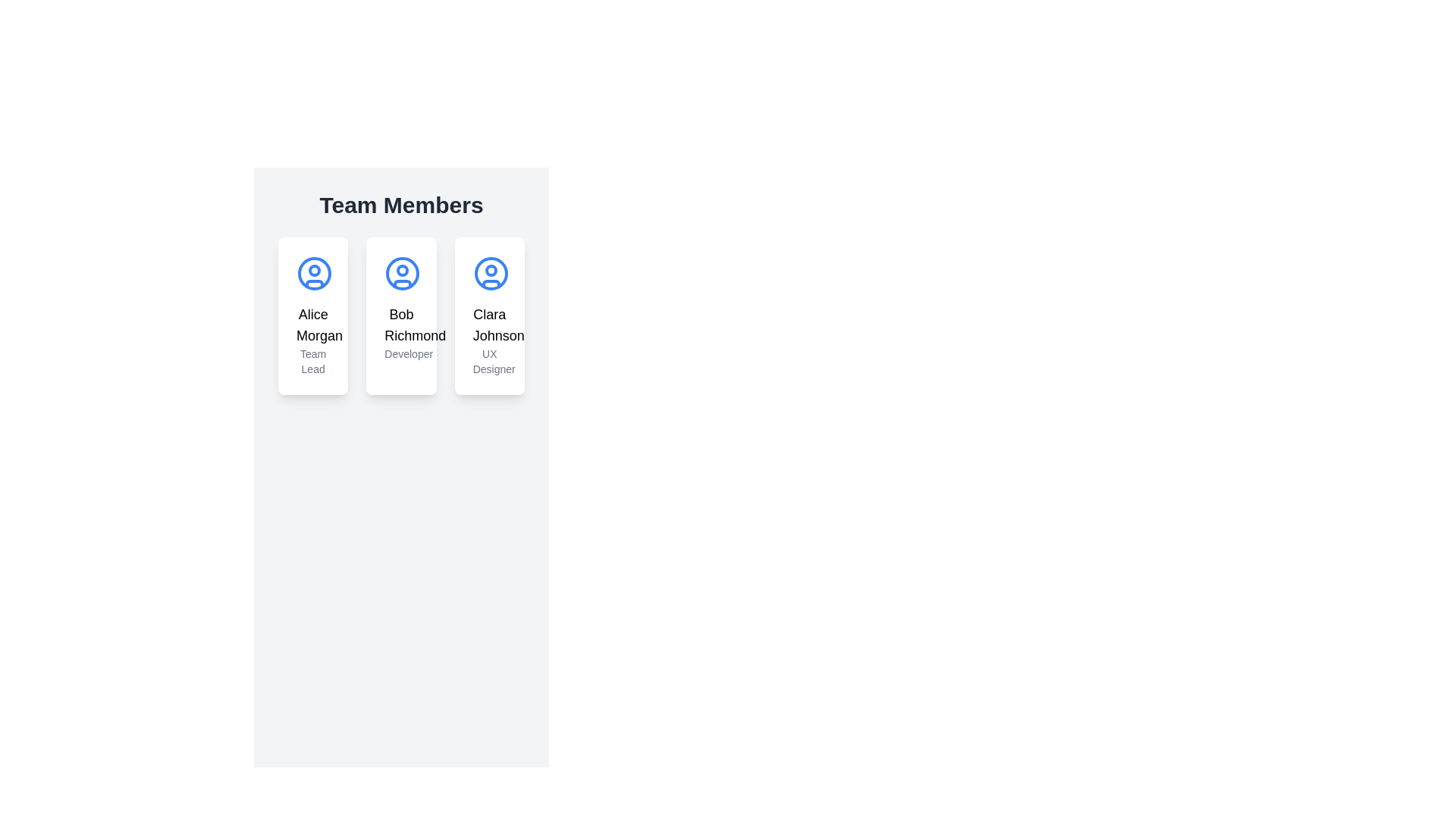 The height and width of the screenshot is (819, 1456). I want to click on the circular marker inside the card for 'Bob Richmond', which is the second blue circular profile icon from the left in the row of cards, so click(403, 270).